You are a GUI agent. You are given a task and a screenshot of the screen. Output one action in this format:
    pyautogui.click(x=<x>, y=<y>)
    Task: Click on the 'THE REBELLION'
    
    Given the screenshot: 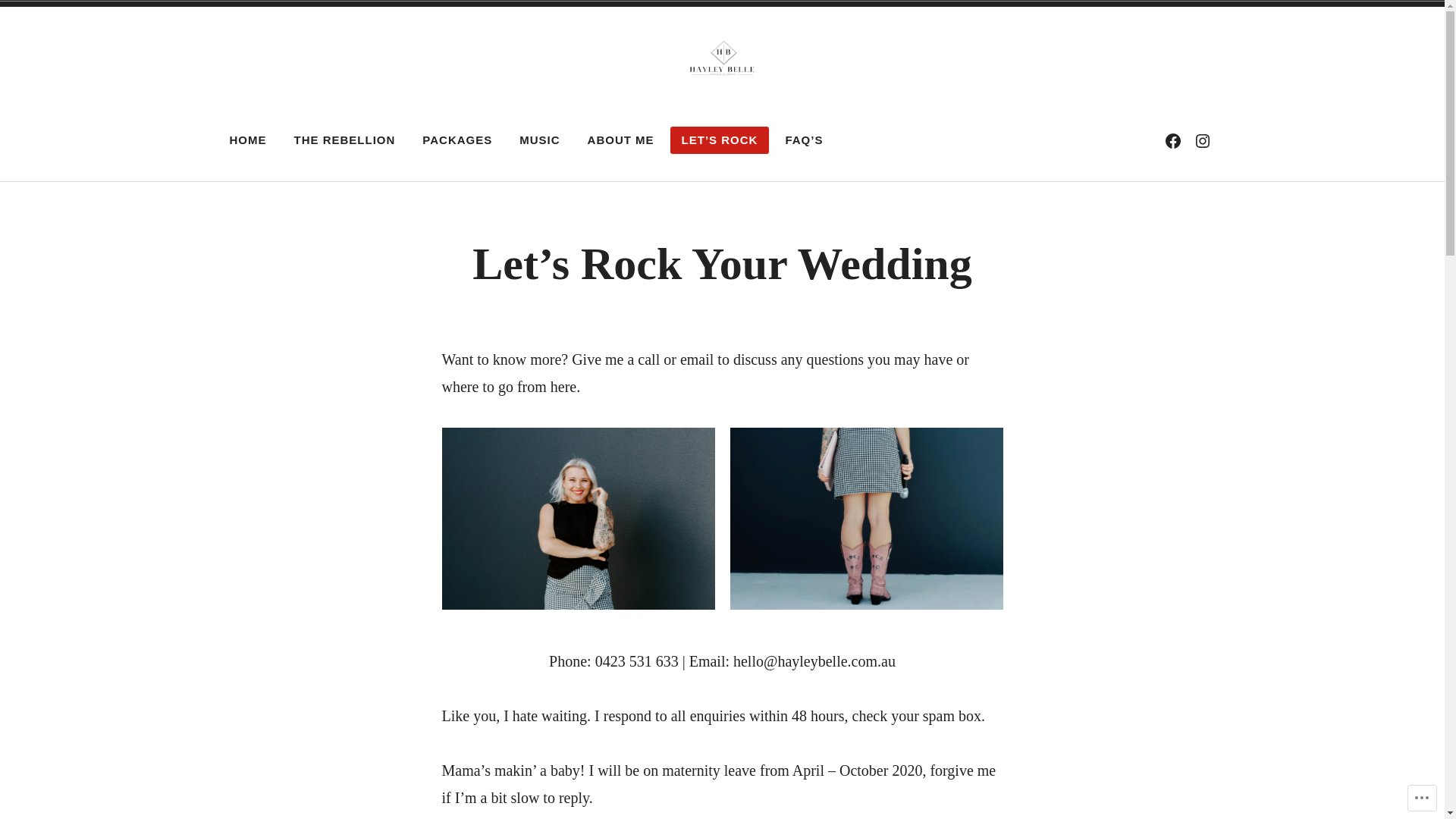 What is the action you would take?
    pyautogui.click(x=282, y=140)
    